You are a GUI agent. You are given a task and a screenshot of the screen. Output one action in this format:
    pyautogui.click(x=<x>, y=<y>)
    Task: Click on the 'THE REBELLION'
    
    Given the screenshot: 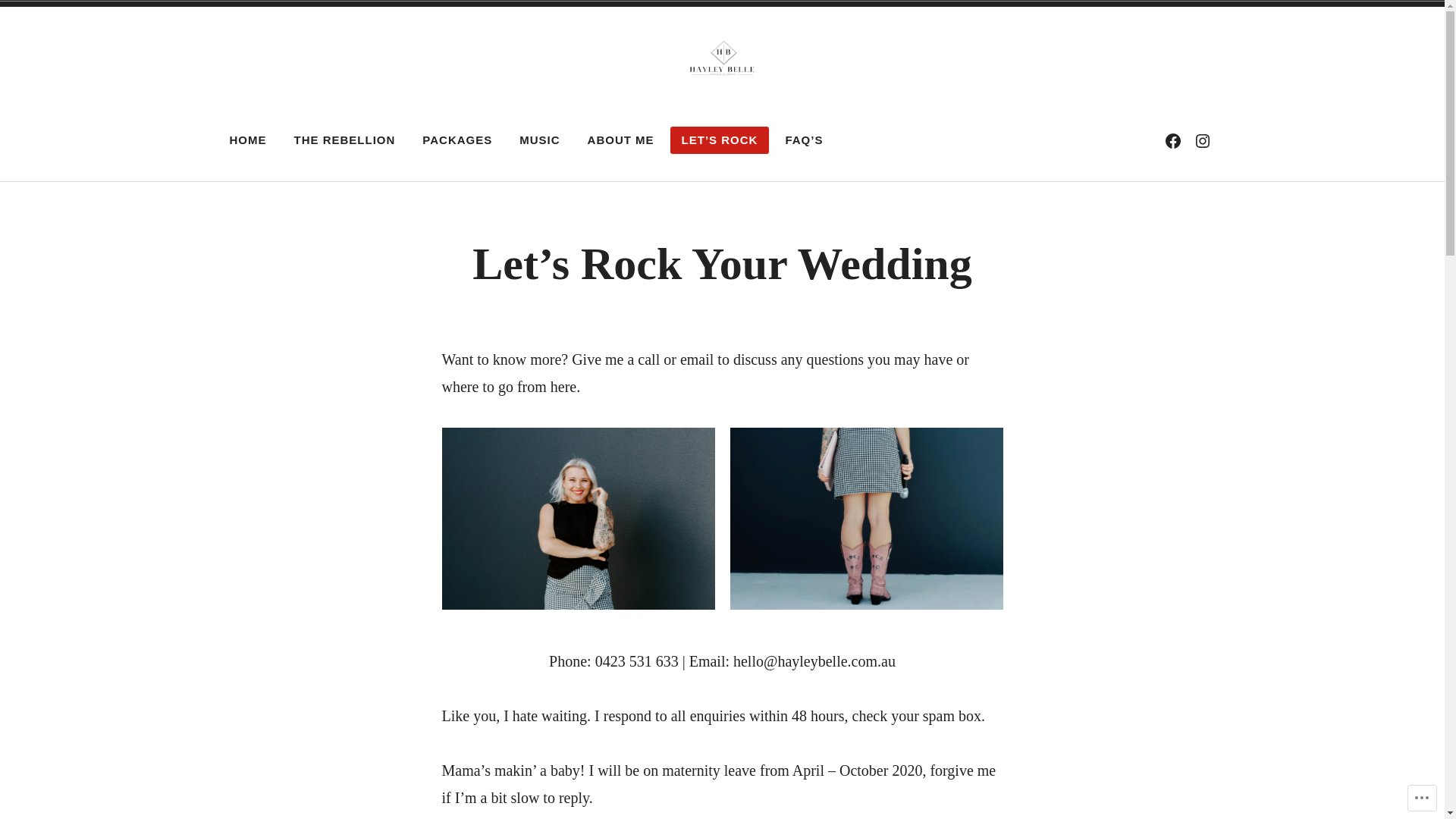 What is the action you would take?
    pyautogui.click(x=282, y=140)
    